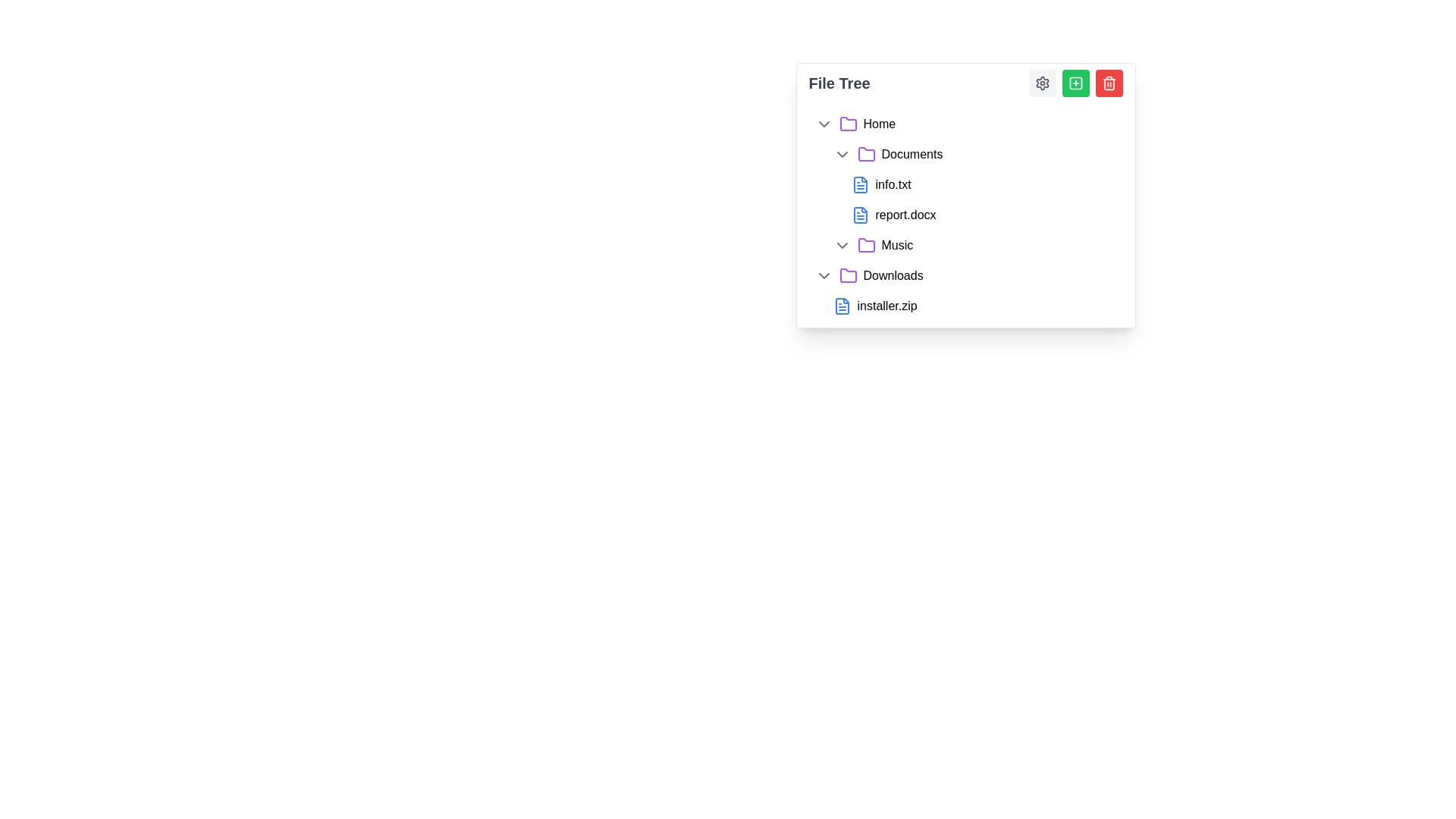  What do you see at coordinates (1041, 83) in the screenshot?
I see `the settings icon button` at bounding box center [1041, 83].